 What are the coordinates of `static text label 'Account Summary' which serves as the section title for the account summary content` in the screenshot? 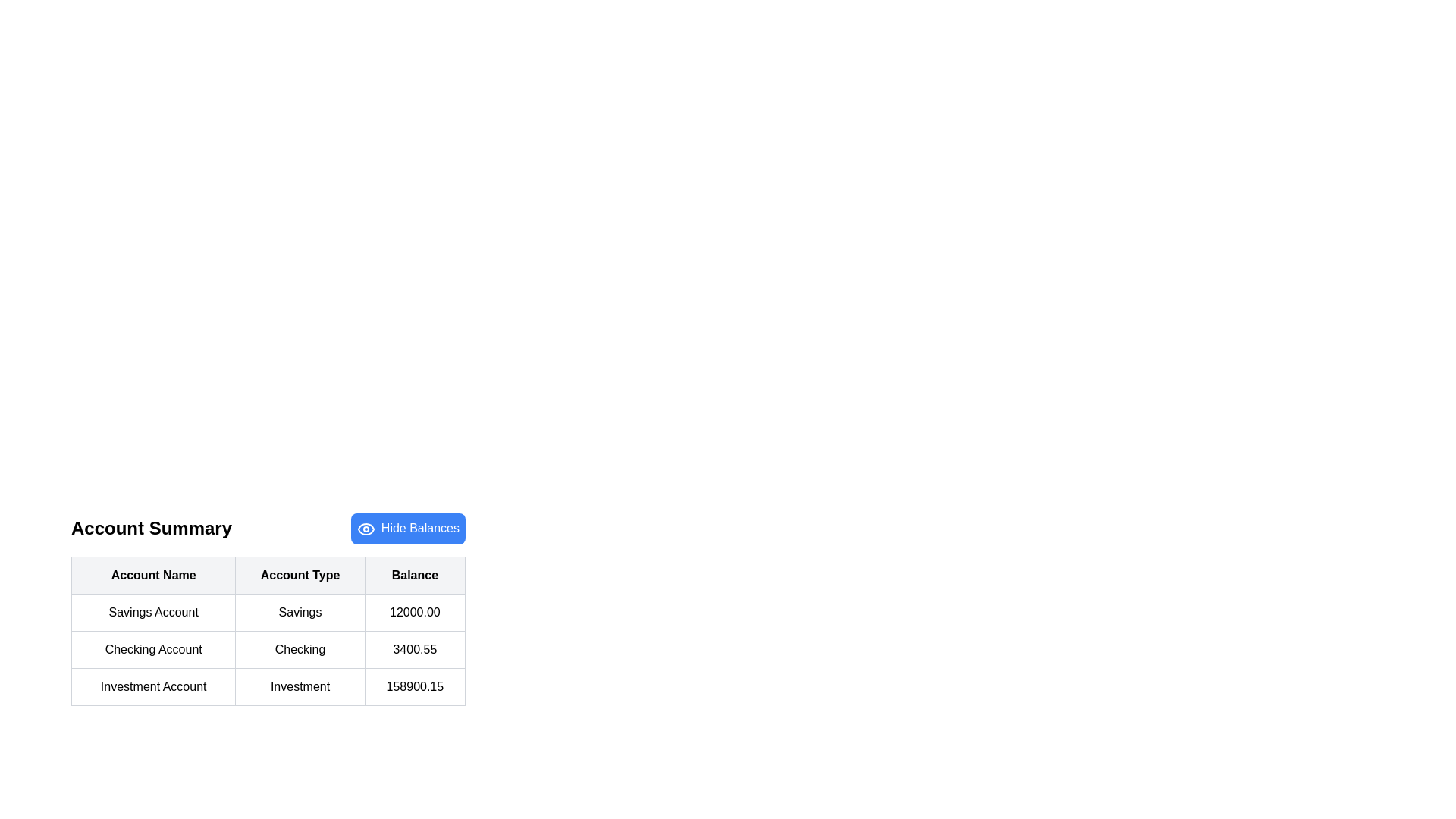 It's located at (152, 528).